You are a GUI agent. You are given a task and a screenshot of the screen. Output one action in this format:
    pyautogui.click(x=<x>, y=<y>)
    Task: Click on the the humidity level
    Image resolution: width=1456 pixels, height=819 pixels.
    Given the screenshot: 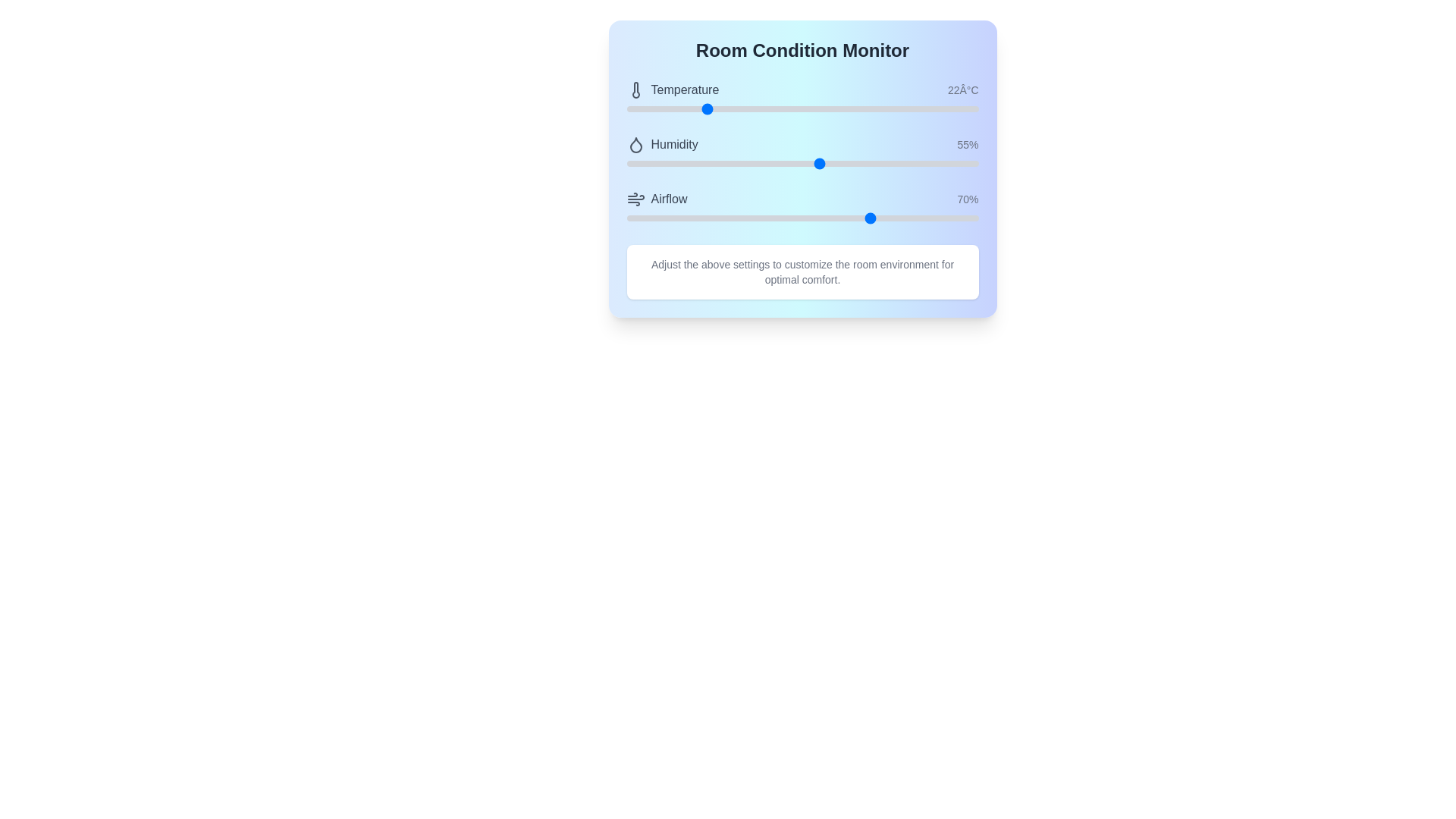 What is the action you would take?
    pyautogui.click(x=764, y=164)
    